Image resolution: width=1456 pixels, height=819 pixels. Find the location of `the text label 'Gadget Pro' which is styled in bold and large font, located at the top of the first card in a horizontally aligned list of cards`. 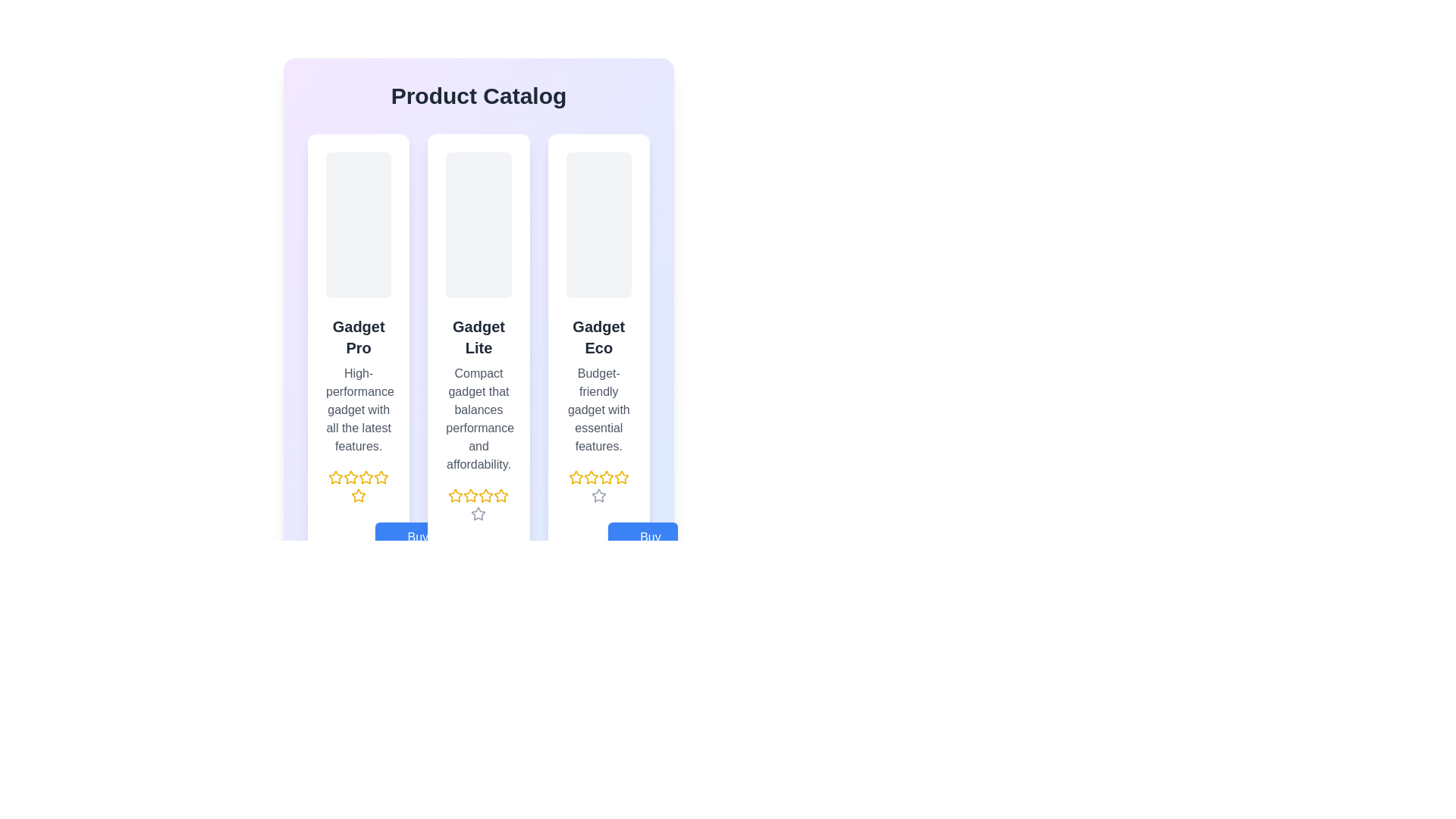

the text label 'Gadget Pro' which is styled in bold and large font, located at the top of the first card in a horizontally aligned list of cards is located at coordinates (358, 336).